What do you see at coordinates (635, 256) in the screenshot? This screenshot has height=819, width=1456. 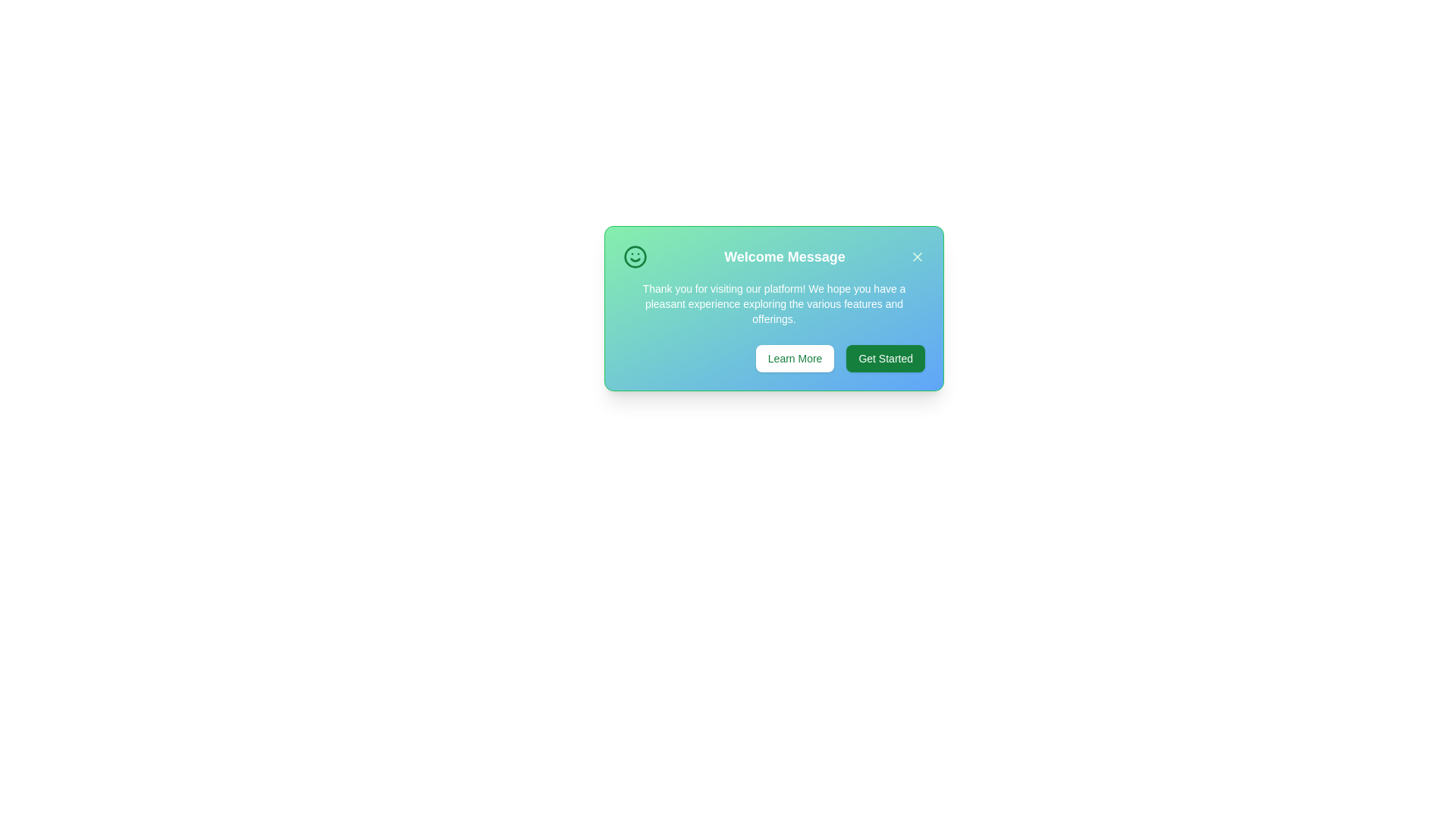 I see `the smiley icon visually by centering it in the viewport` at bounding box center [635, 256].